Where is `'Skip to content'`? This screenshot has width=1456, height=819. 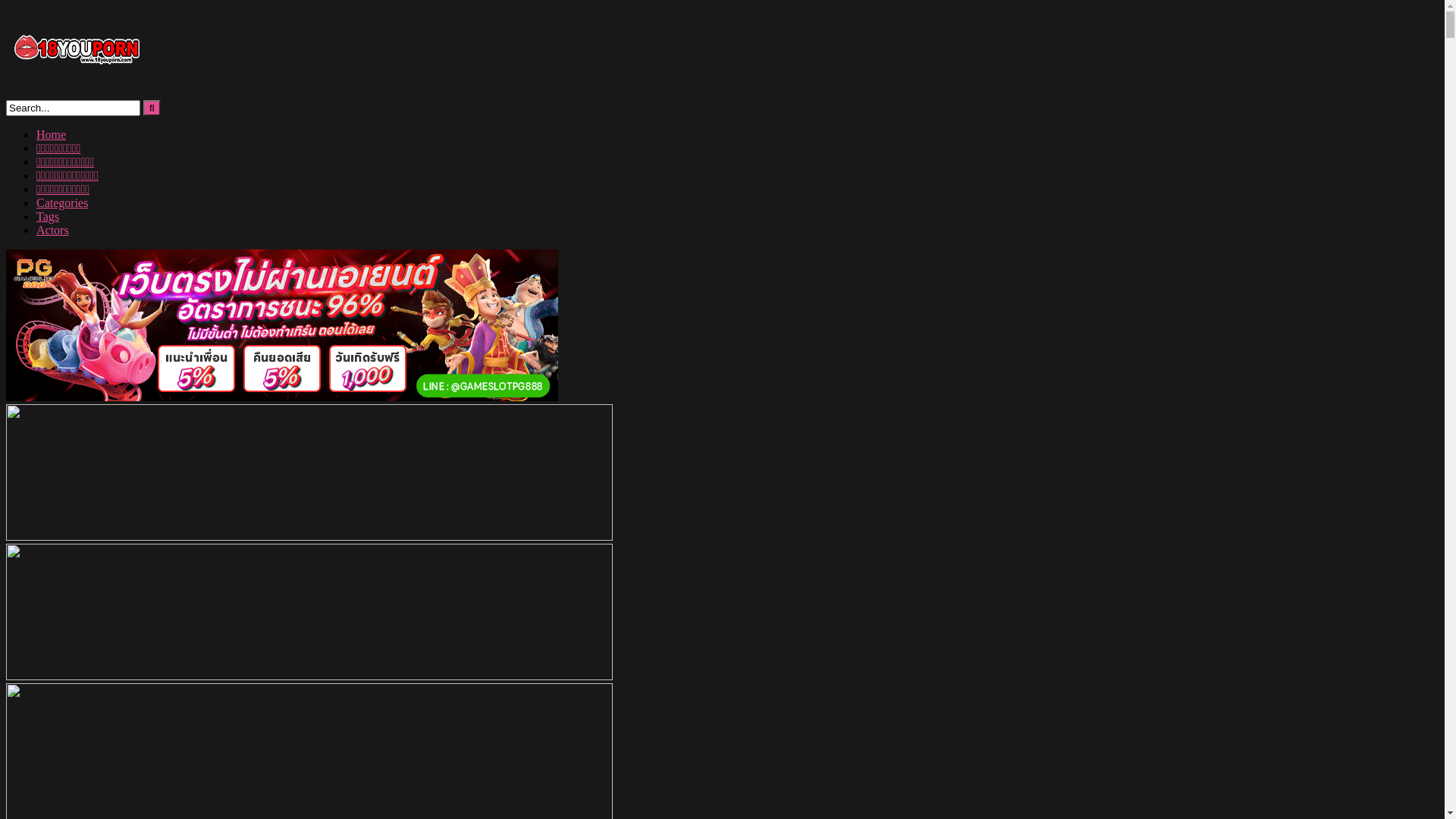 'Skip to content' is located at coordinates (5, 5).